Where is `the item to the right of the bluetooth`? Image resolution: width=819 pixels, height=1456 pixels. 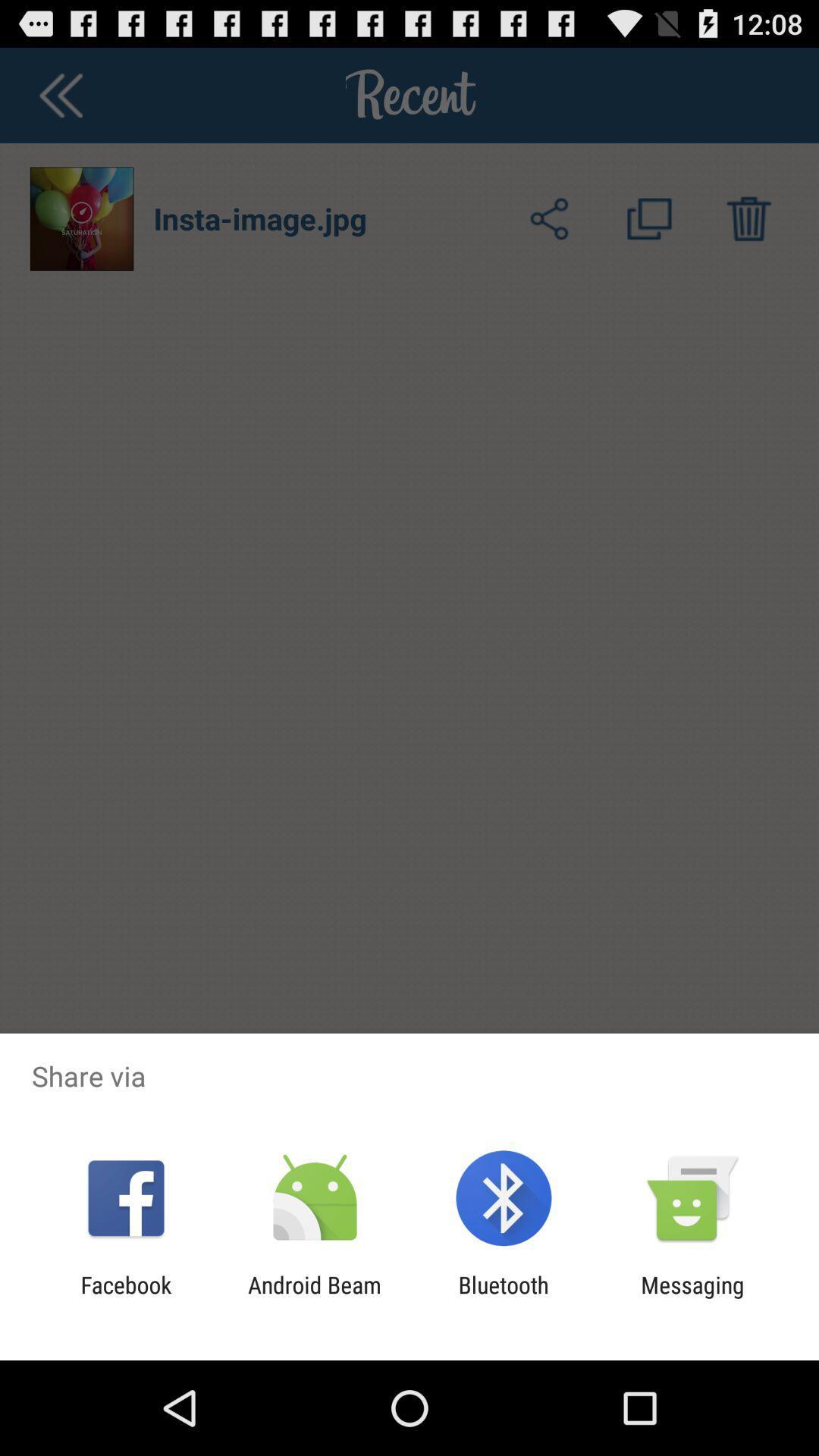
the item to the right of the bluetooth is located at coordinates (692, 1298).